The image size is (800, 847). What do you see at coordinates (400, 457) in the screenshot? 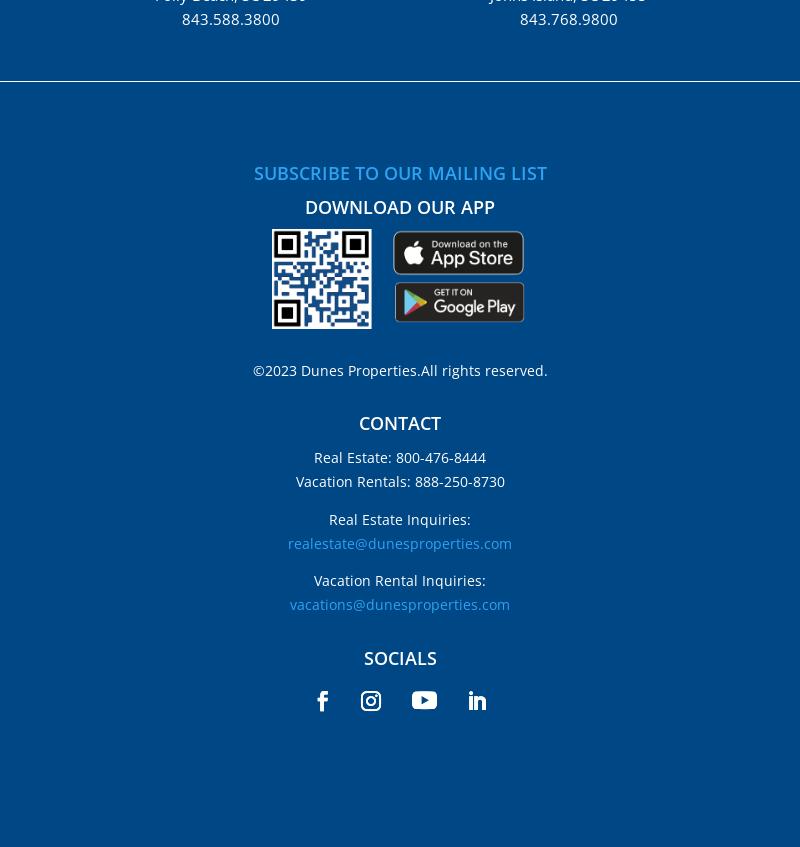
I see `'Real Estate: 800-476-8444'` at bounding box center [400, 457].